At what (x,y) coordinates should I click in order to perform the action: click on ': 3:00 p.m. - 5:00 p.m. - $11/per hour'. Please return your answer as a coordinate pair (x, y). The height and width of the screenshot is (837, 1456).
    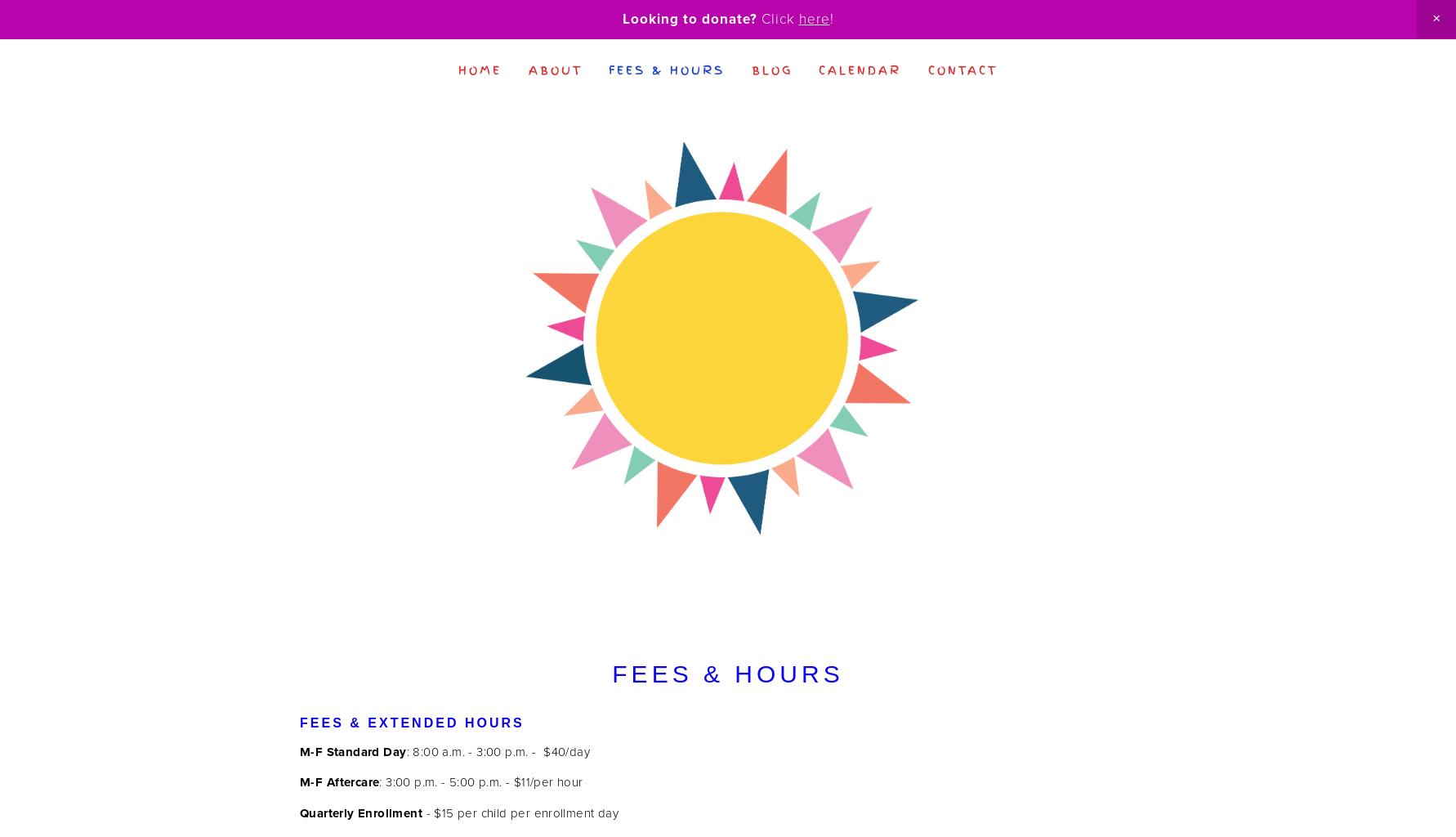
    Looking at the image, I should click on (480, 782).